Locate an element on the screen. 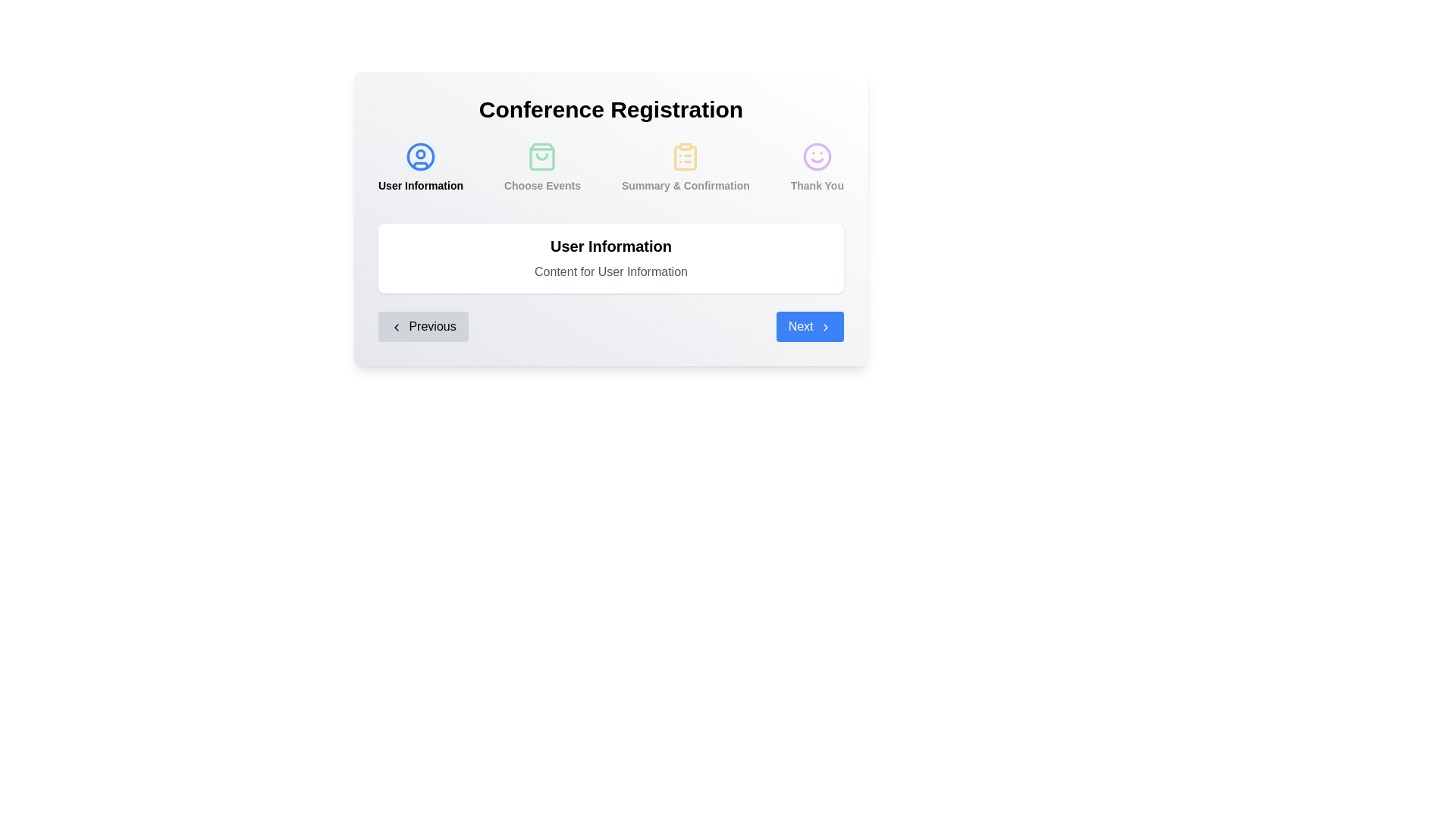  the 'Thank You' navigation step on the far right of the horizontal navigation bar is located at coordinates (816, 167).